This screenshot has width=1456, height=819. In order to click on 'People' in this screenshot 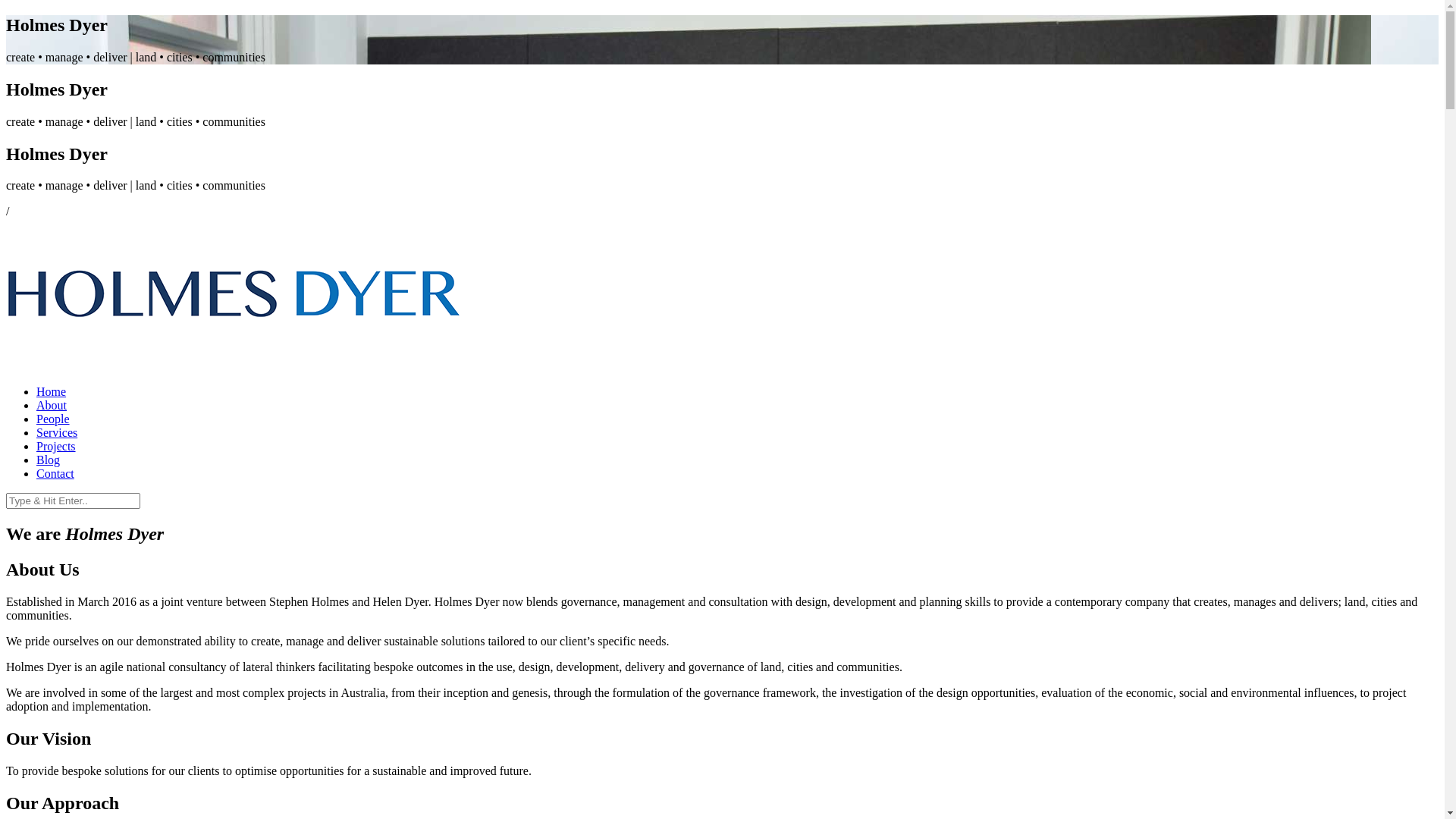, I will do `click(53, 419)`.